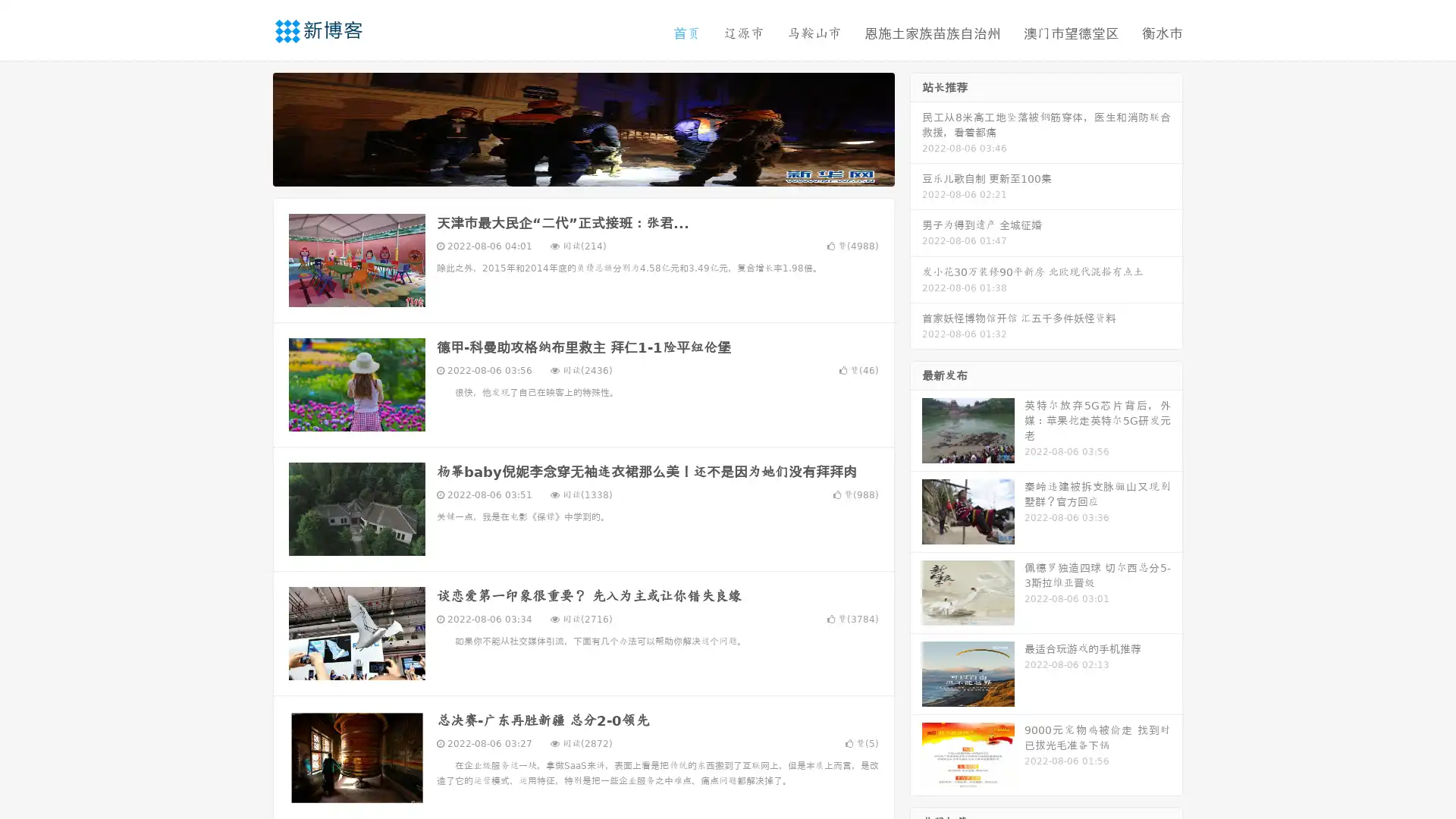  I want to click on Previous slide, so click(250, 127).